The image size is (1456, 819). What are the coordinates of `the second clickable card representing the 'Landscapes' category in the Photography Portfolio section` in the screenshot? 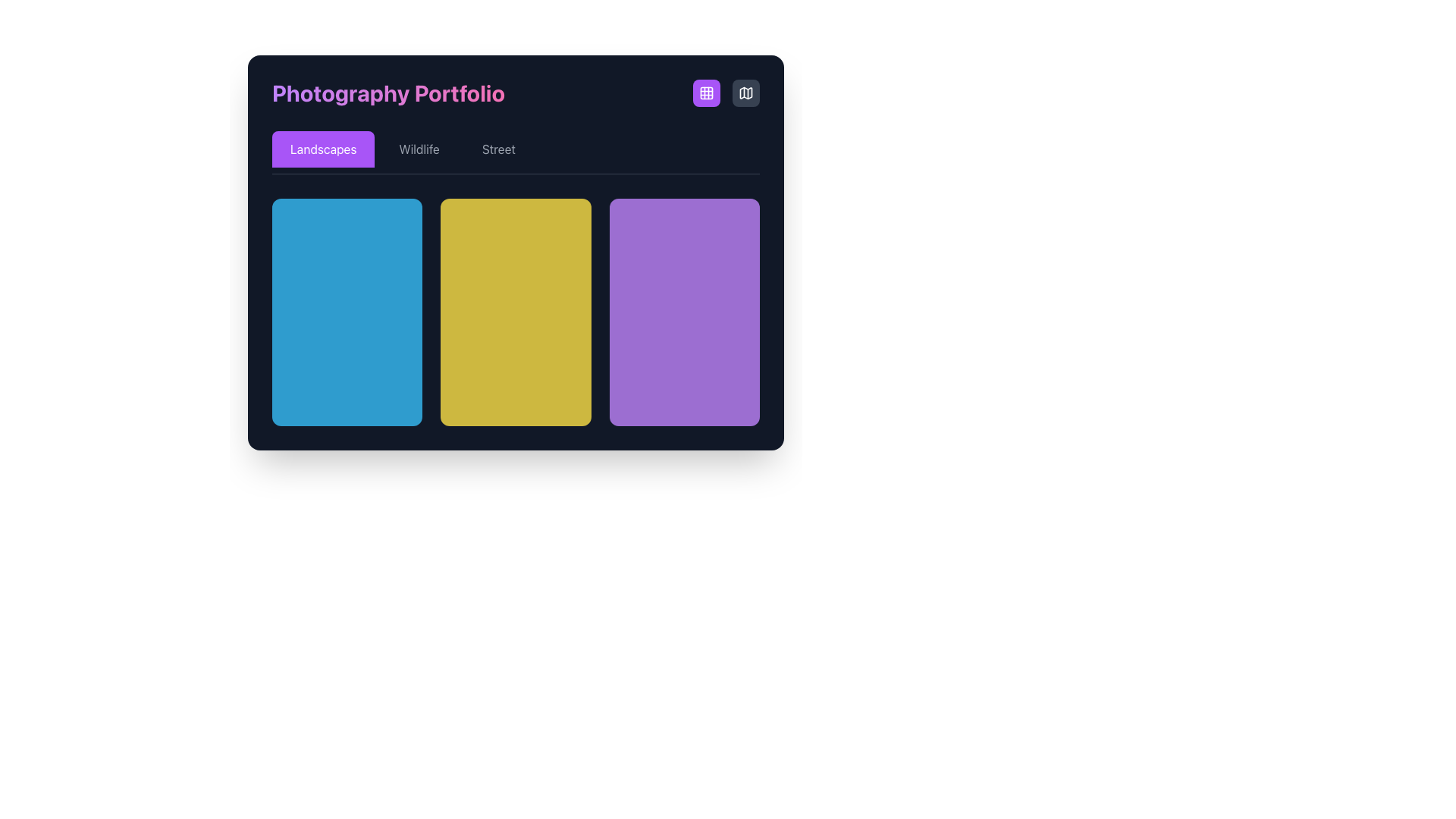 It's located at (516, 252).